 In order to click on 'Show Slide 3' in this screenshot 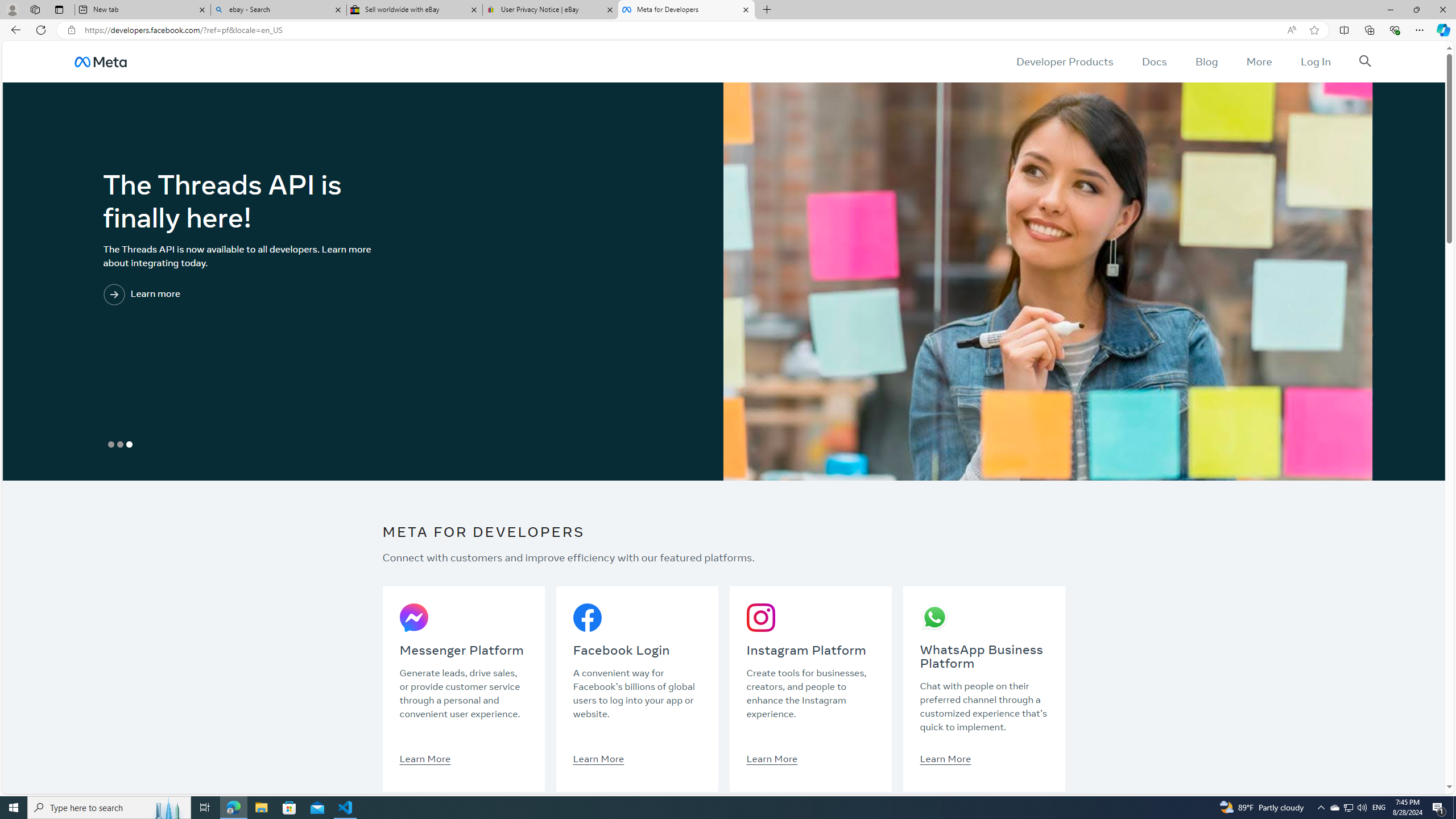, I will do `click(128, 444)`.